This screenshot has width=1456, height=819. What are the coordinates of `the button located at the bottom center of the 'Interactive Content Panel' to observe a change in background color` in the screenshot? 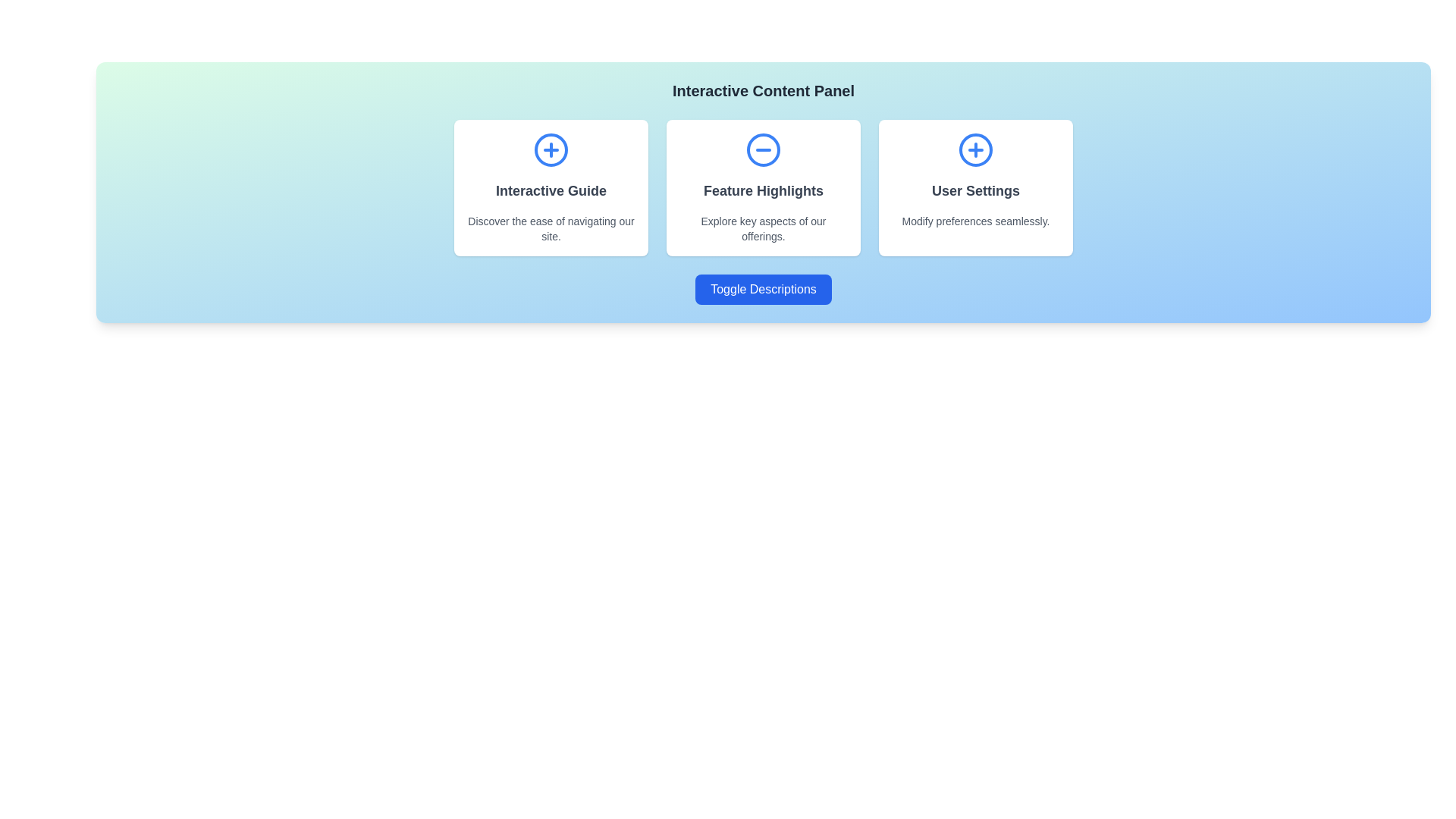 It's located at (764, 289).